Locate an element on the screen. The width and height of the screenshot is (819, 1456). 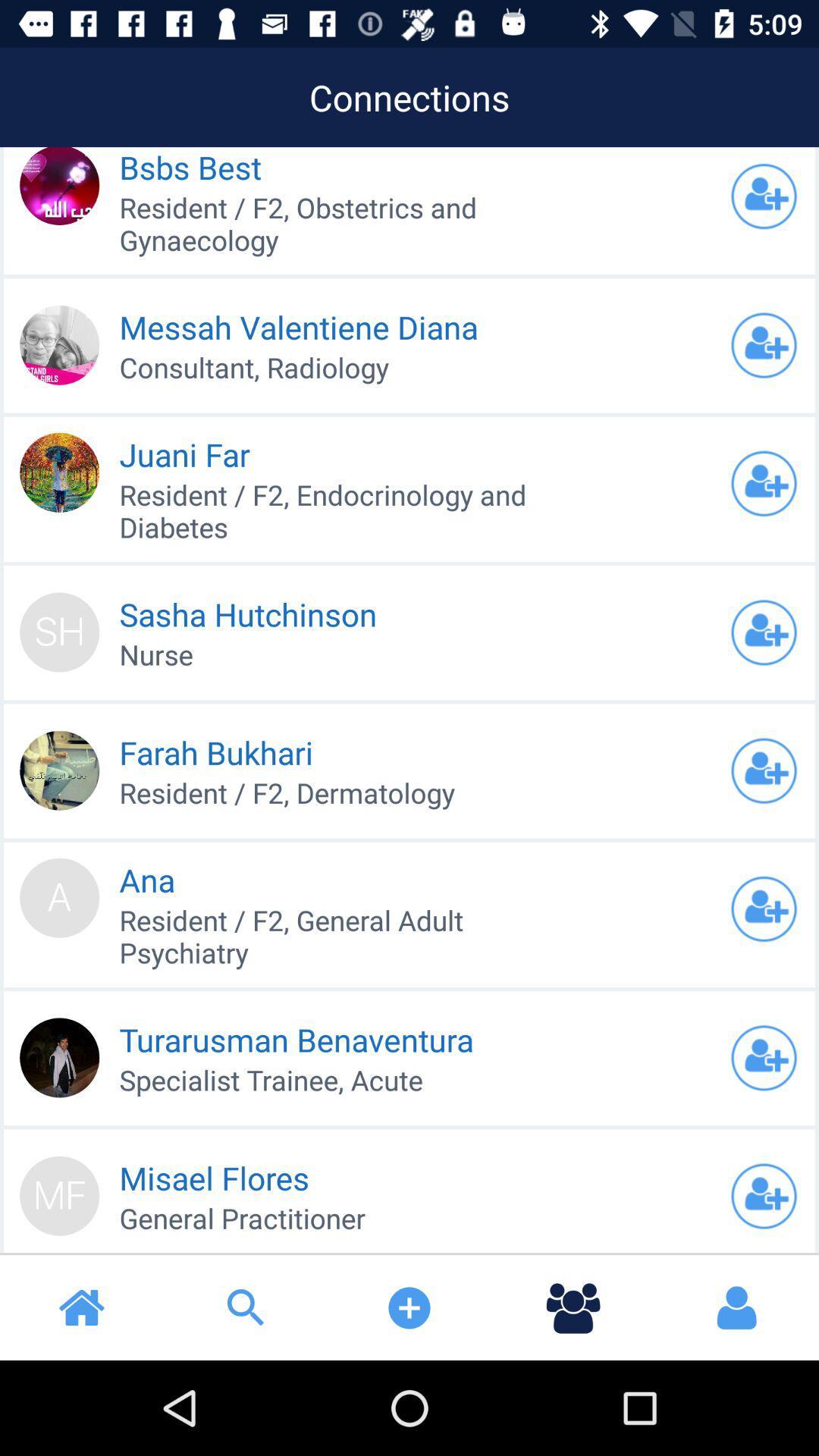
tuarusman benaventura is located at coordinates (764, 1057).